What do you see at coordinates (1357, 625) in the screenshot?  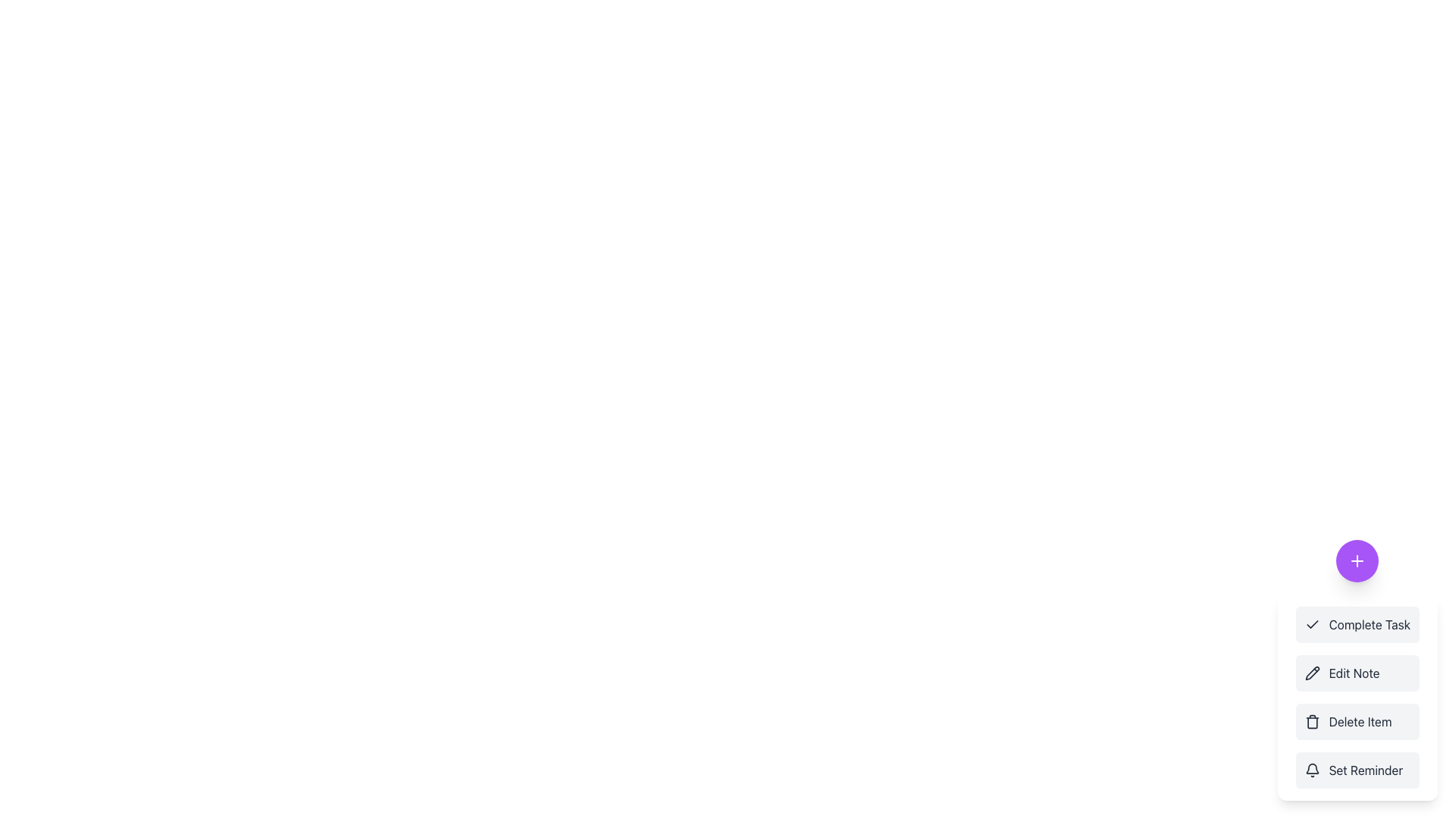 I see `the 'Complete Task' button, which has a light gray background and darker gray text` at bounding box center [1357, 625].